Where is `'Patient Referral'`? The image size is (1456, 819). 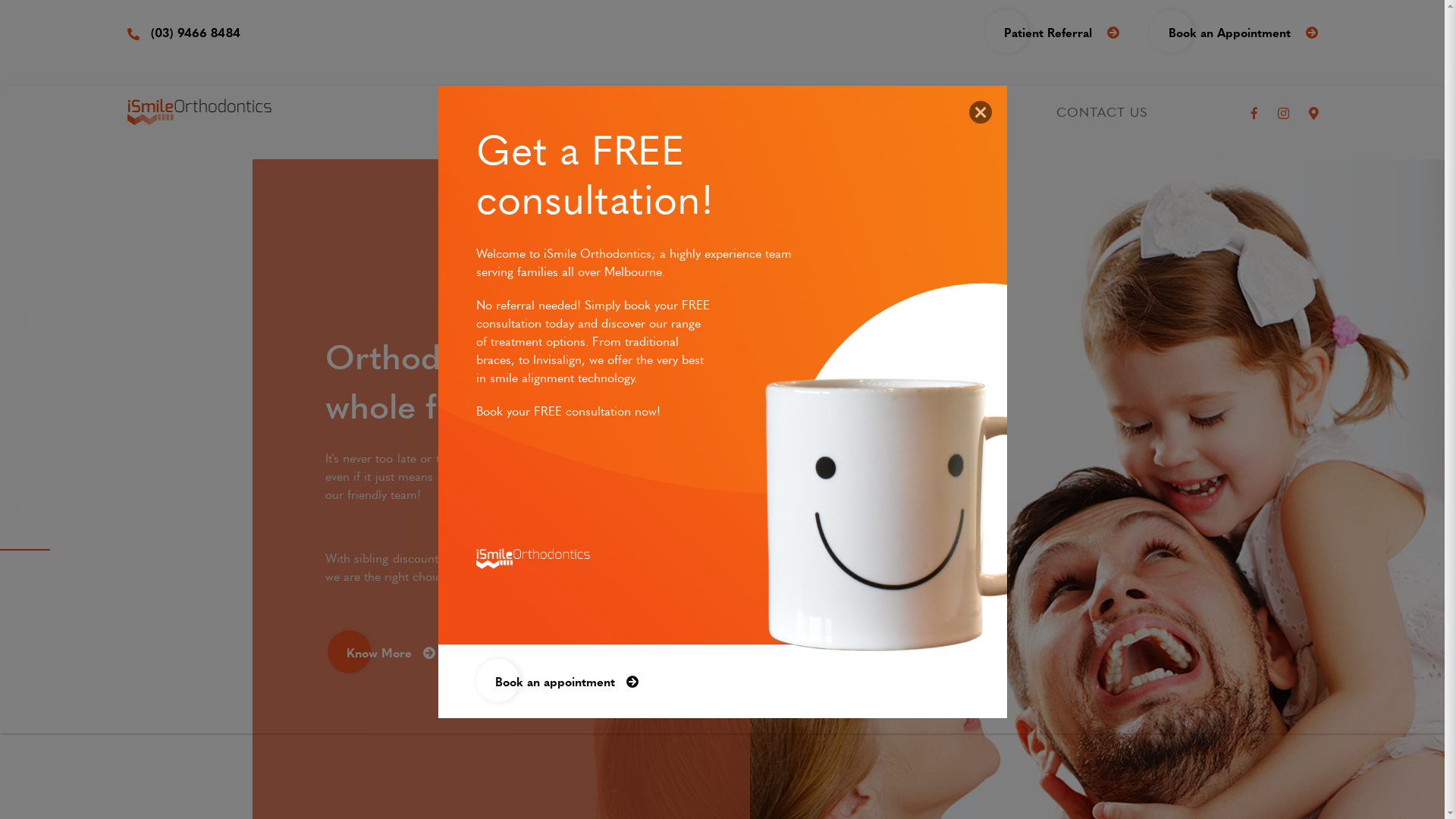 'Patient Referral' is located at coordinates (1061, 32).